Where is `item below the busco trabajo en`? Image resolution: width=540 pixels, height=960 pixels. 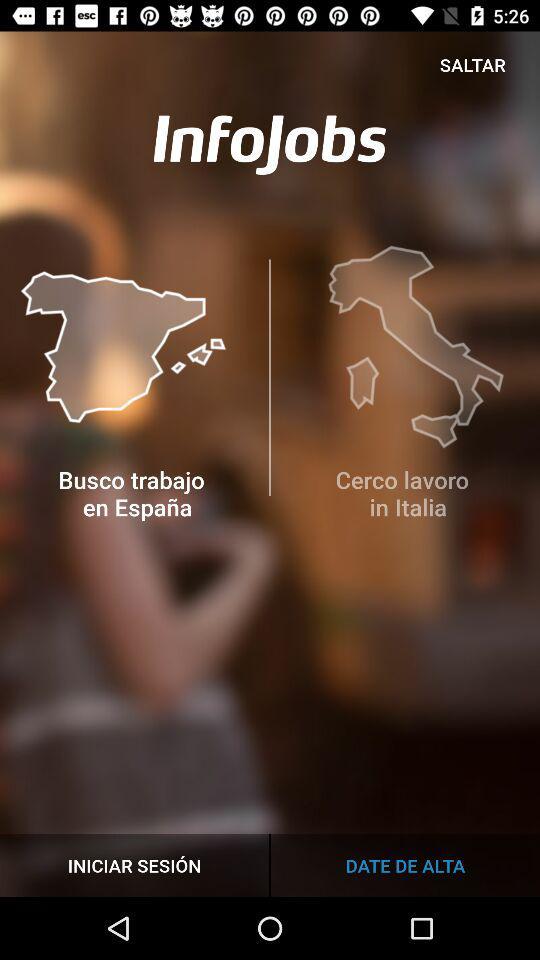 item below the busco trabajo en is located at coordinates (134, 864).